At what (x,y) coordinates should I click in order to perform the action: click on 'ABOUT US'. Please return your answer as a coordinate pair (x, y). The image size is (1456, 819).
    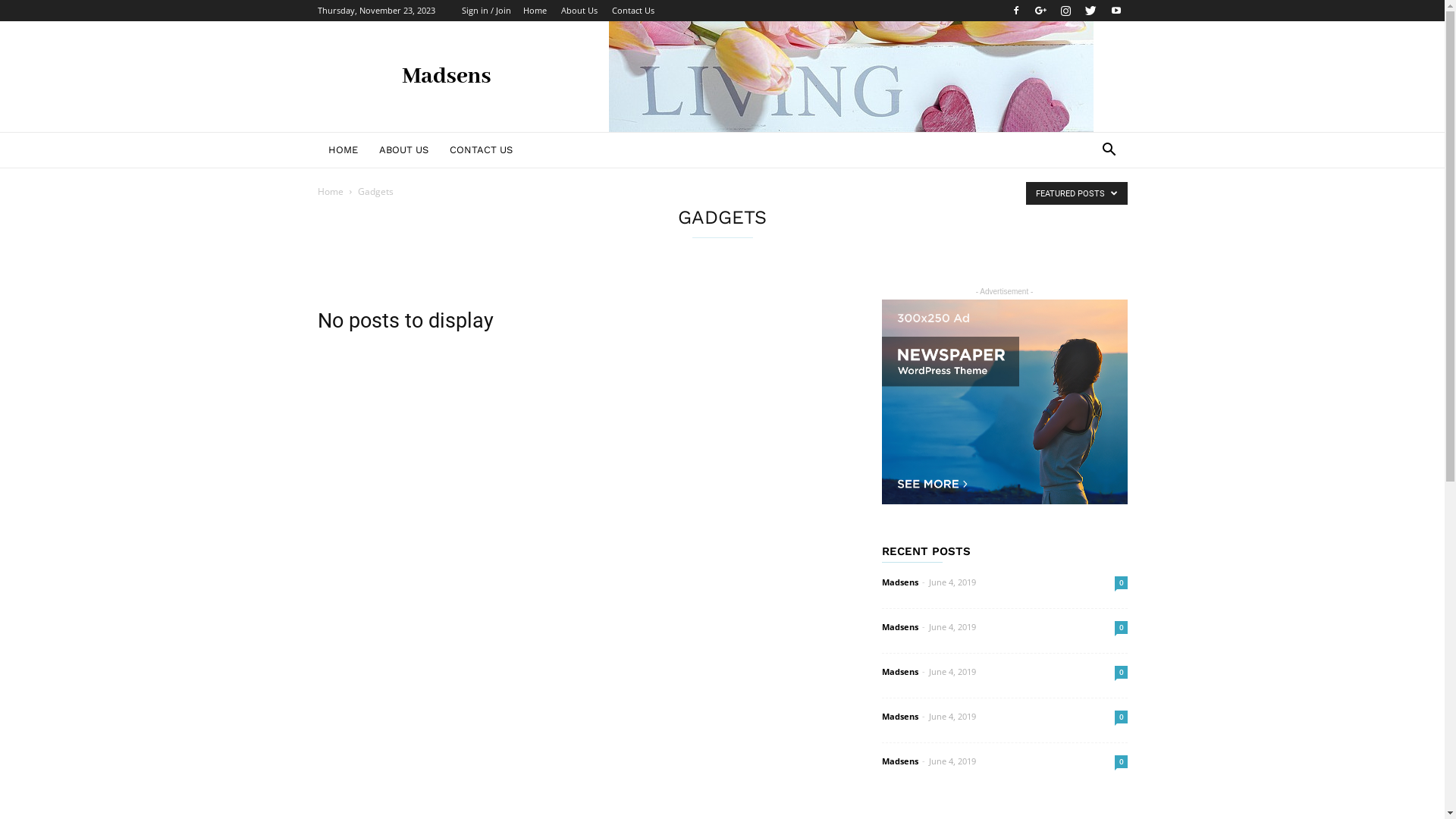
    Looking at the image, I should click on (403, 149).